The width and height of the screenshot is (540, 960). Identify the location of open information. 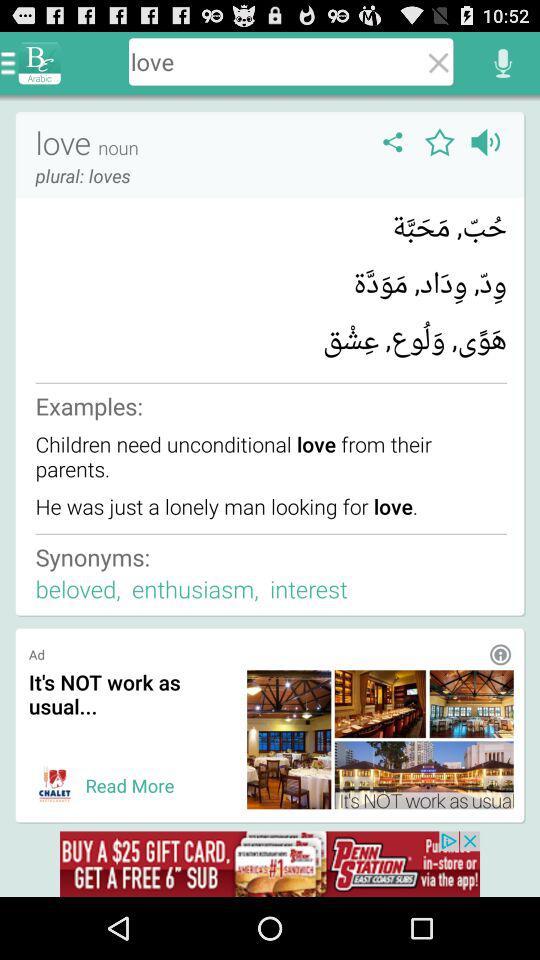
(499, 653).